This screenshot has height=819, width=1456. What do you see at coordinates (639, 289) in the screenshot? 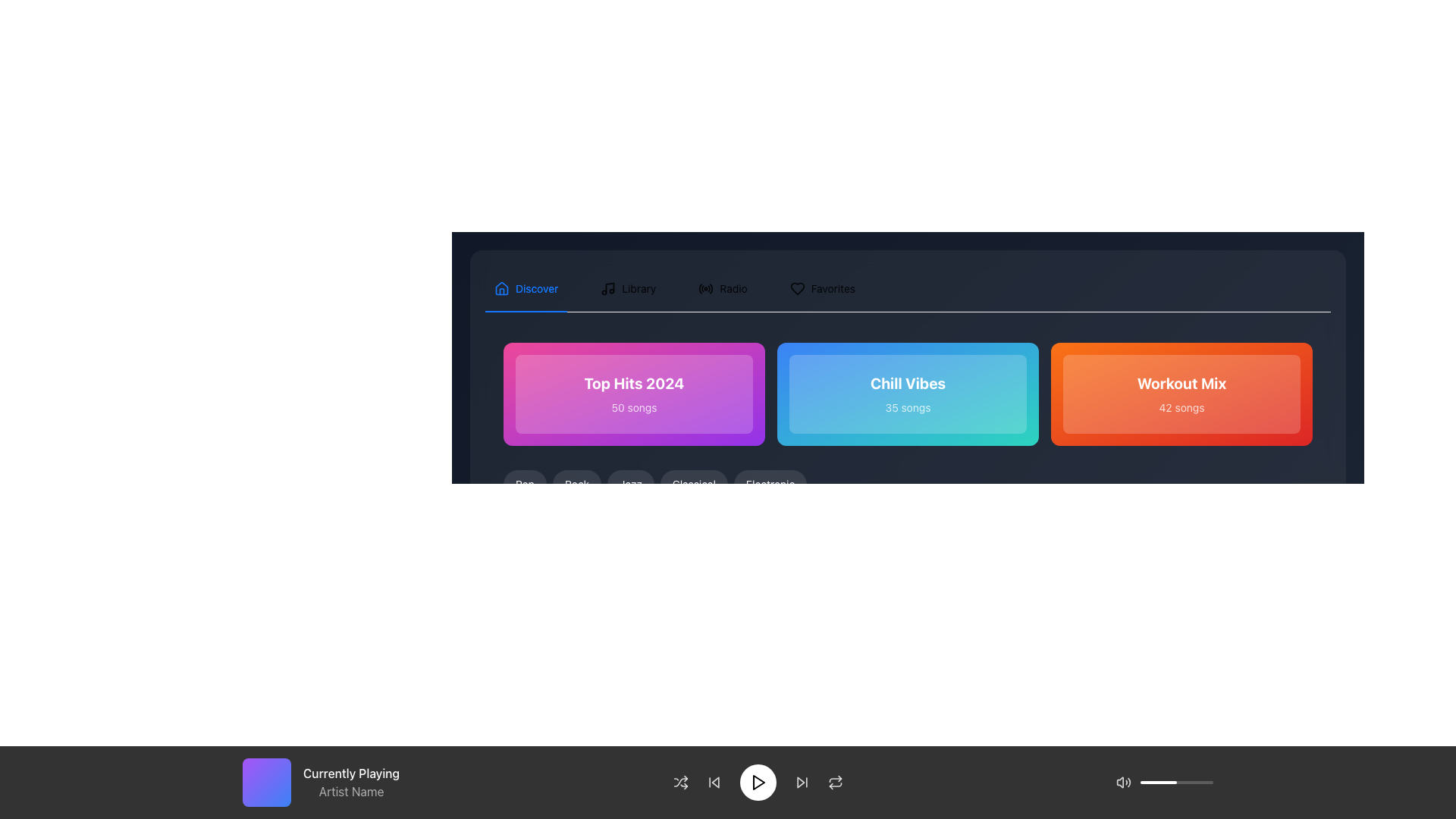
I see `the 'Library' text label in the navigation bar` at bounding box center [639, 289].